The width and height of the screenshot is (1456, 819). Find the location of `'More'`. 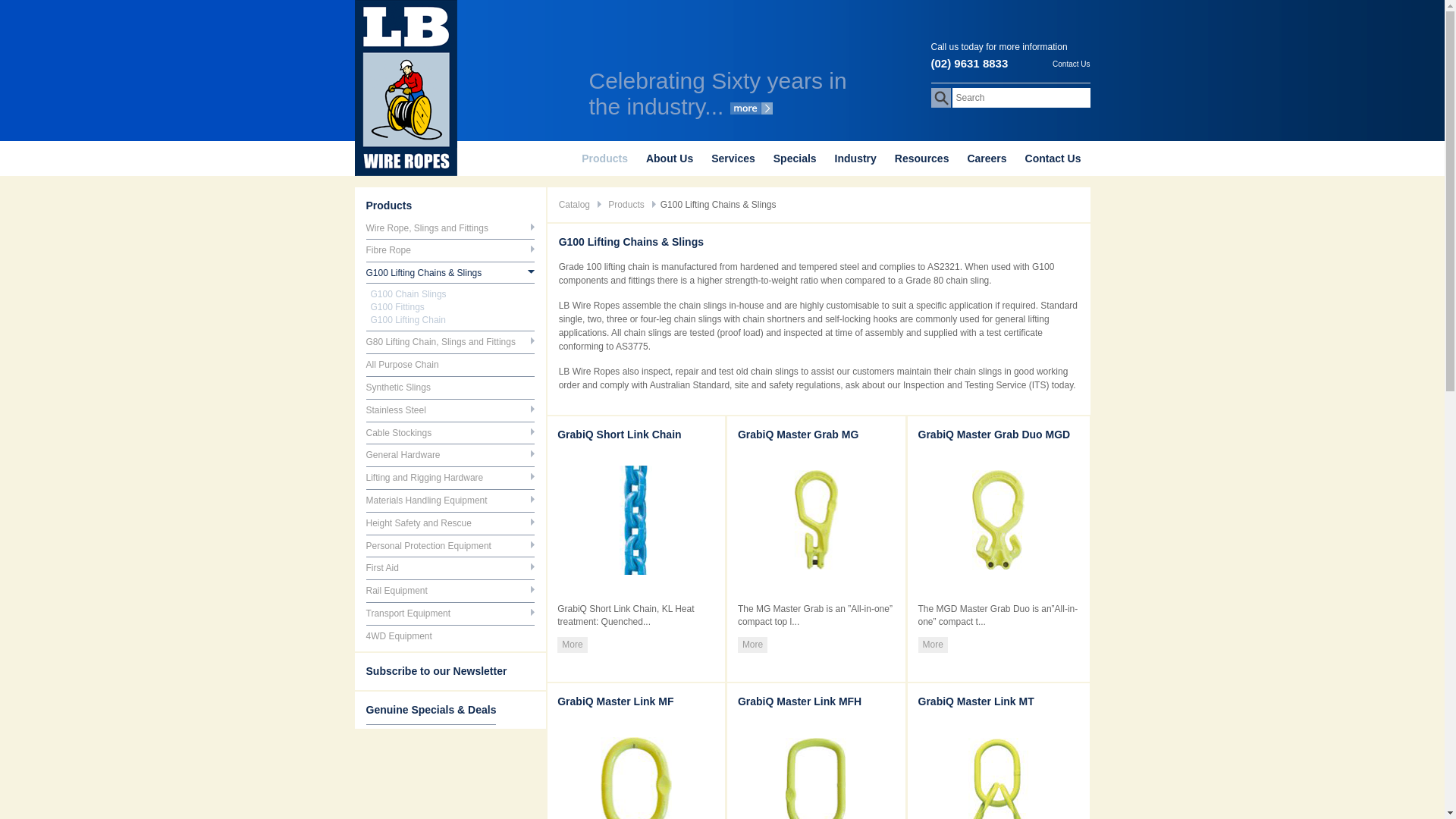

'More' is located at coordinates (752, 645).